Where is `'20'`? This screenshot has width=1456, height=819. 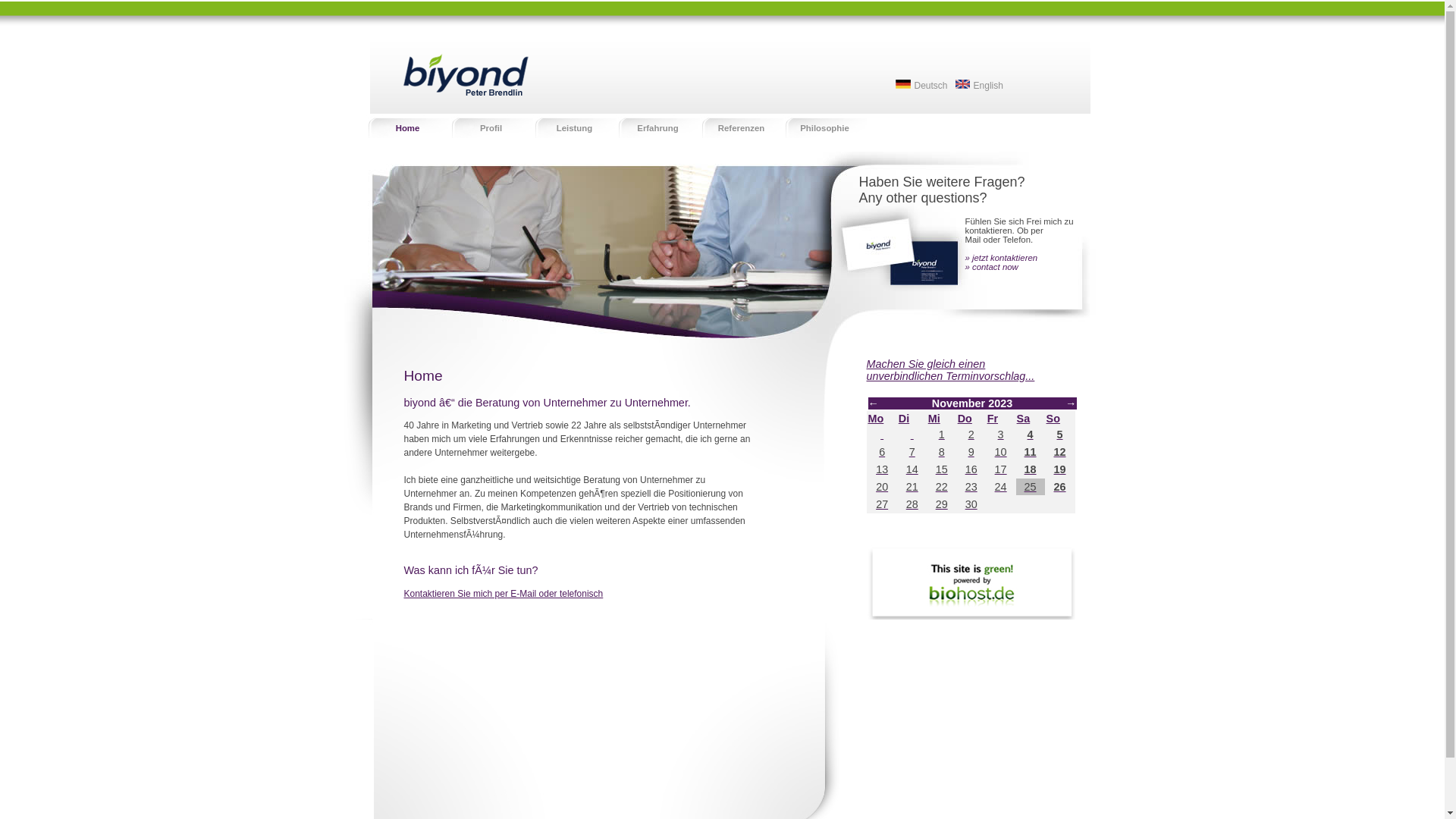 '20' is located at coordinates (881, 486).